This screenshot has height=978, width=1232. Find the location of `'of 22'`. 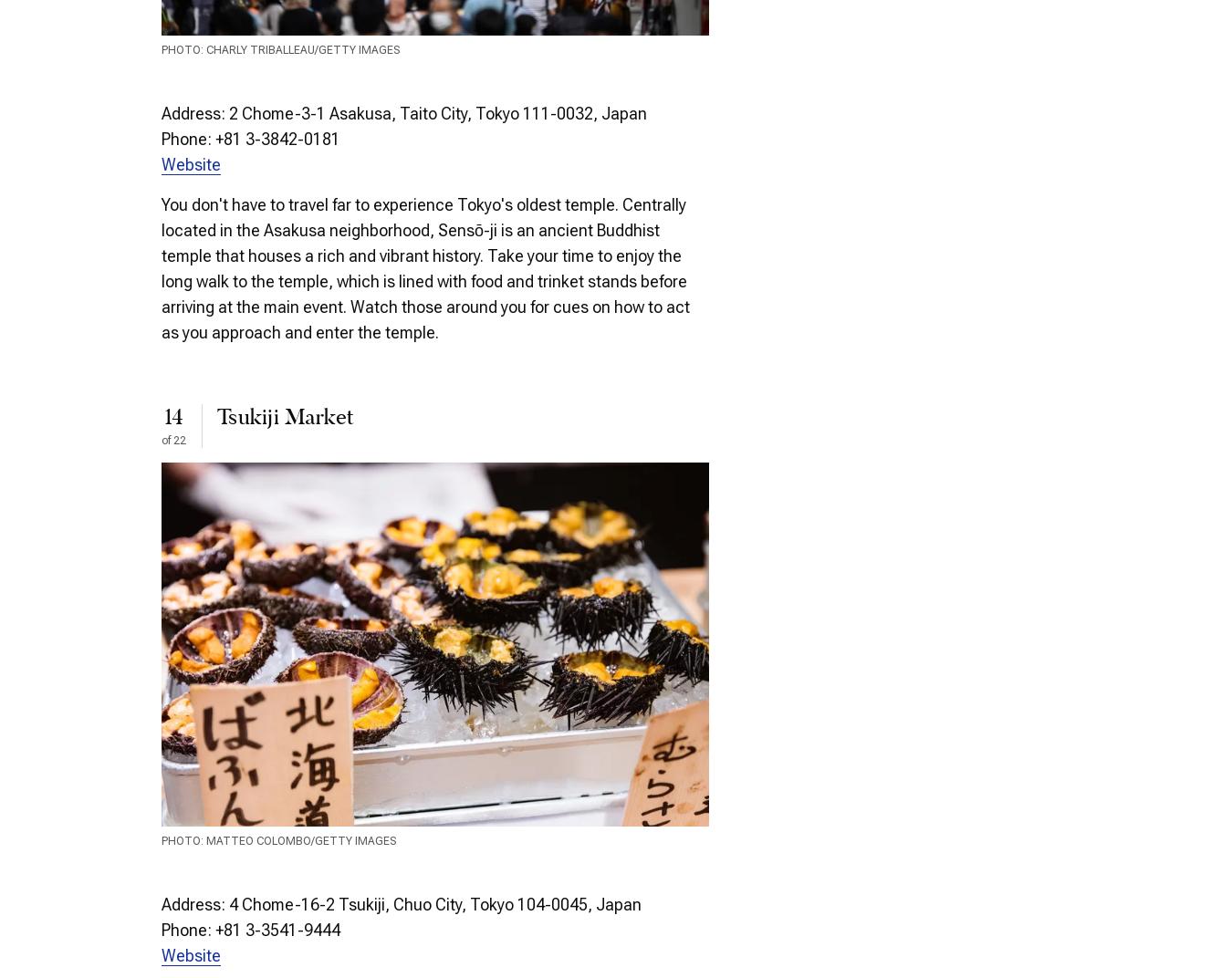

'of 22' is located at coordinates (173, 439).